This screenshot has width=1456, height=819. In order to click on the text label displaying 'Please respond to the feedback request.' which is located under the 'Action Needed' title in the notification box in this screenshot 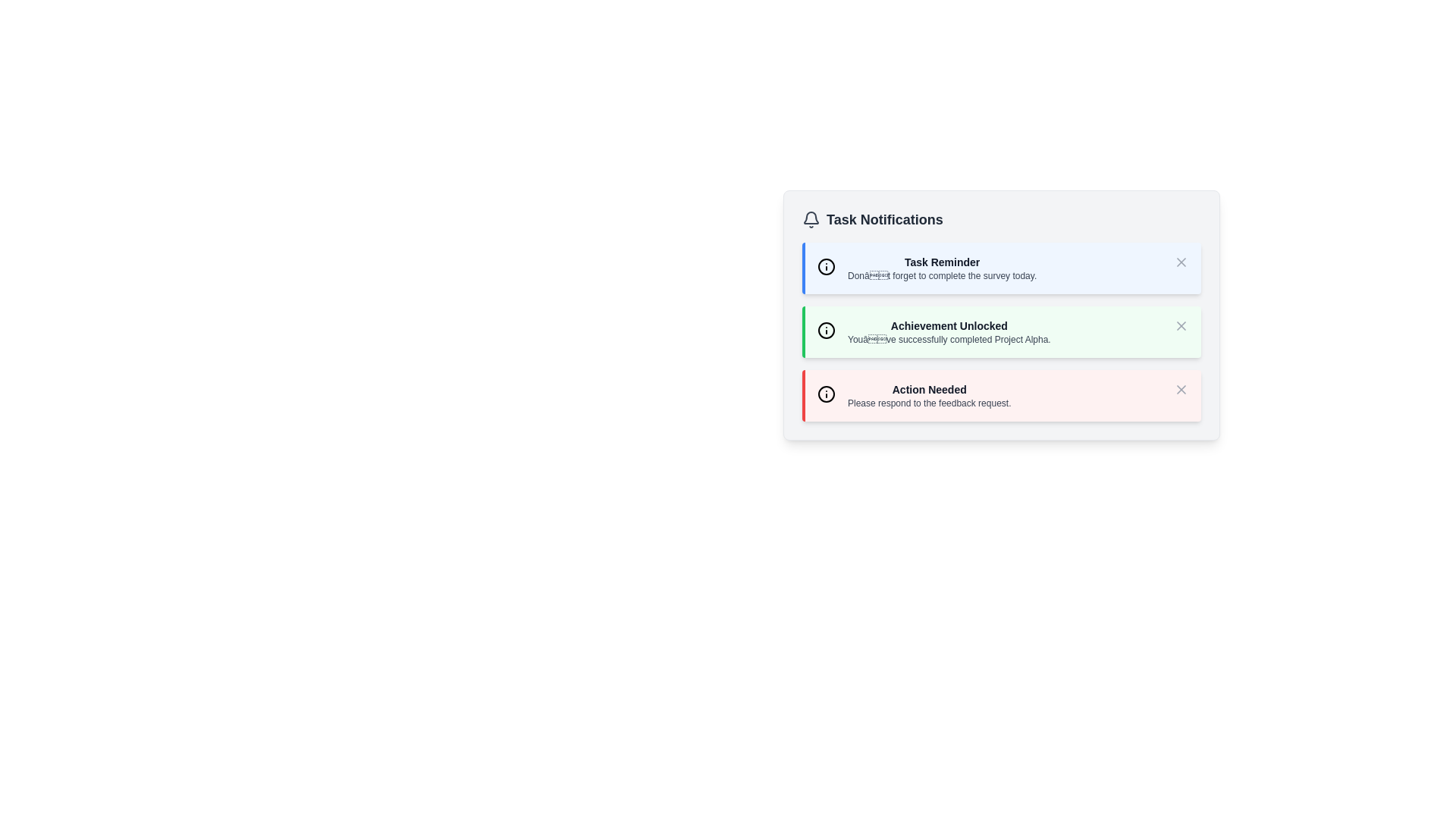, I will do `click(928, 403)`.